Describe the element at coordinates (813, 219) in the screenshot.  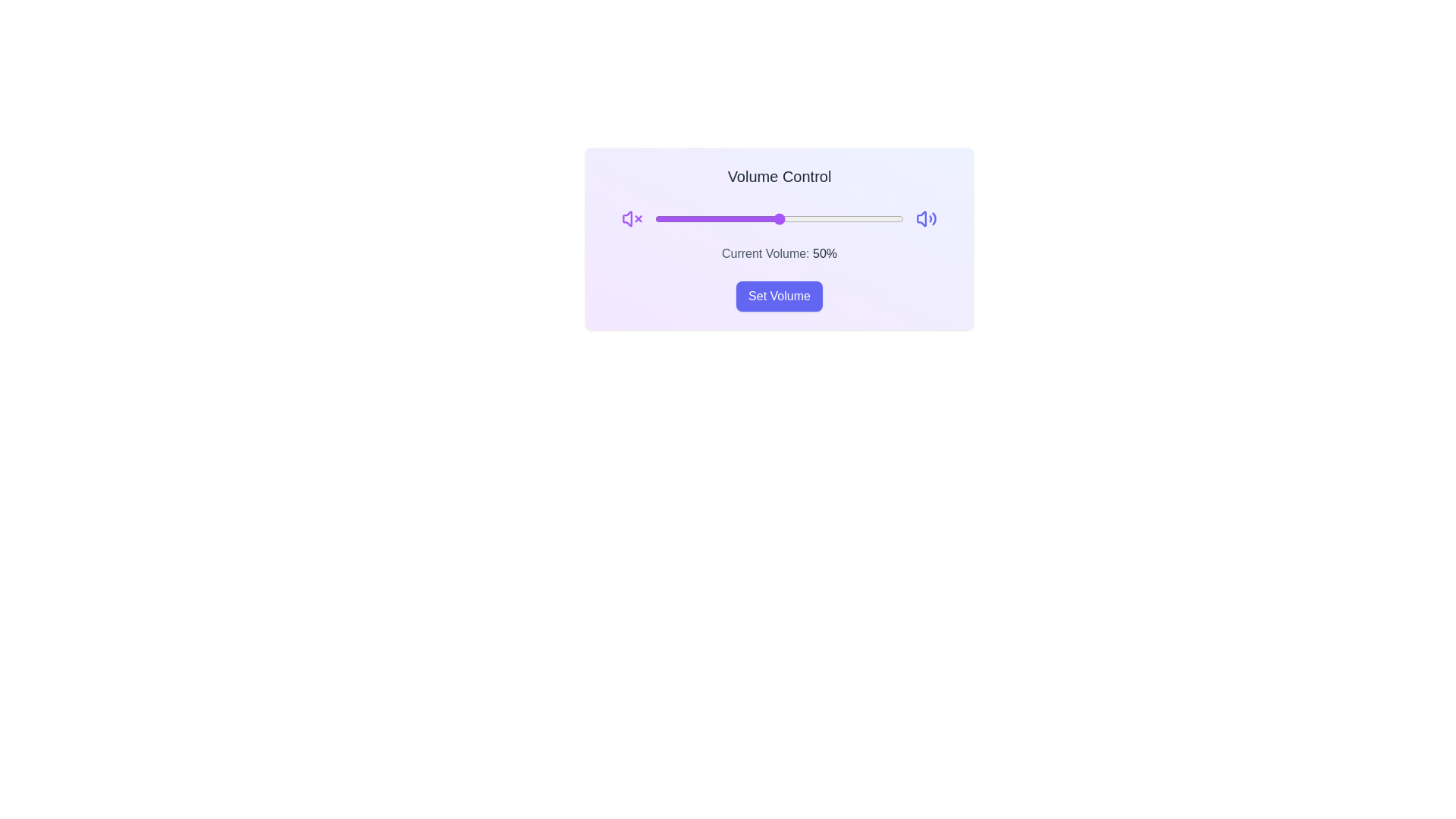
I see `the volume slider to set the volume to 64%` at that location.